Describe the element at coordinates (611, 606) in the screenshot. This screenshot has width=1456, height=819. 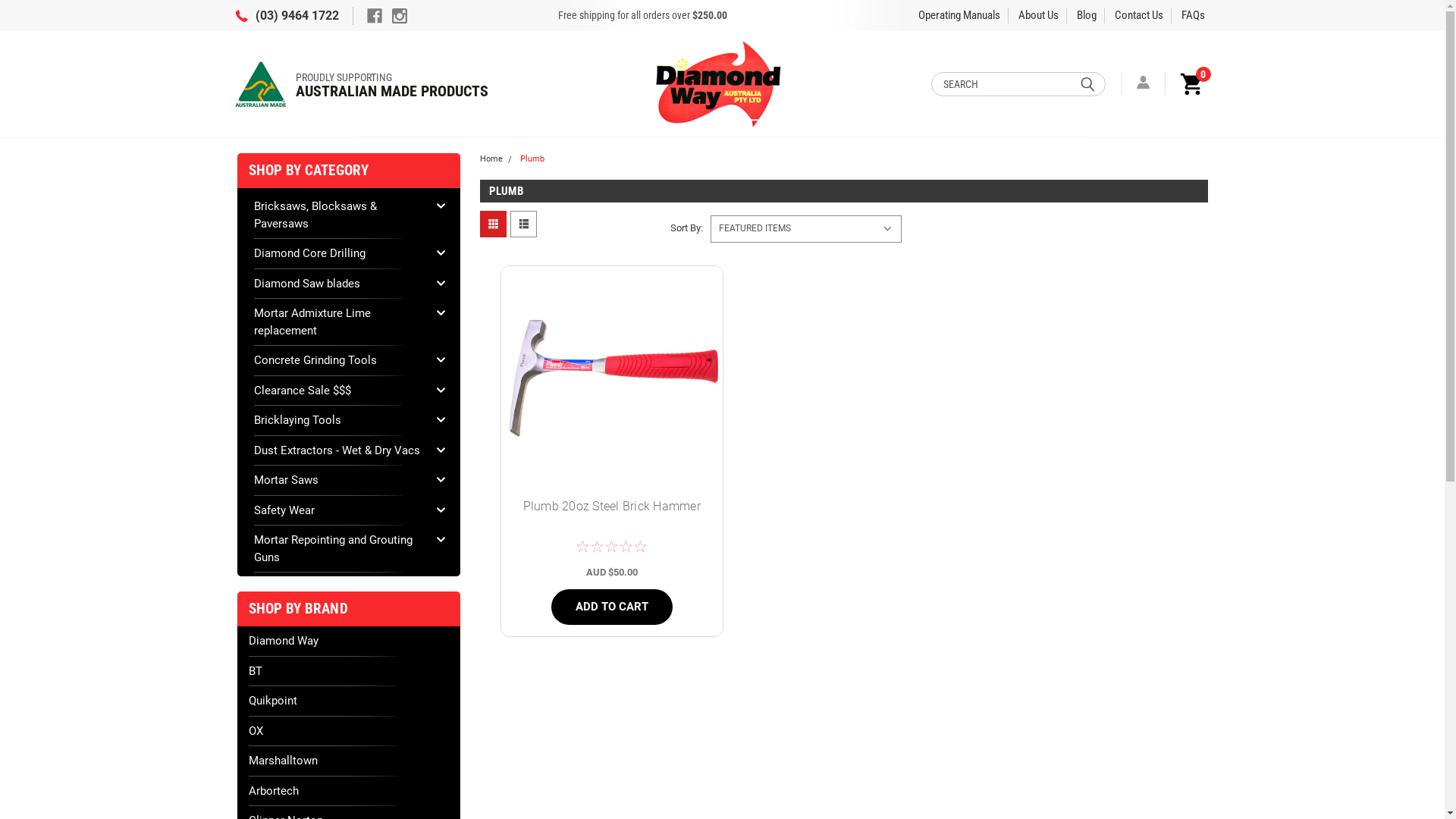
I see `'ADD TO CART'` at that location.